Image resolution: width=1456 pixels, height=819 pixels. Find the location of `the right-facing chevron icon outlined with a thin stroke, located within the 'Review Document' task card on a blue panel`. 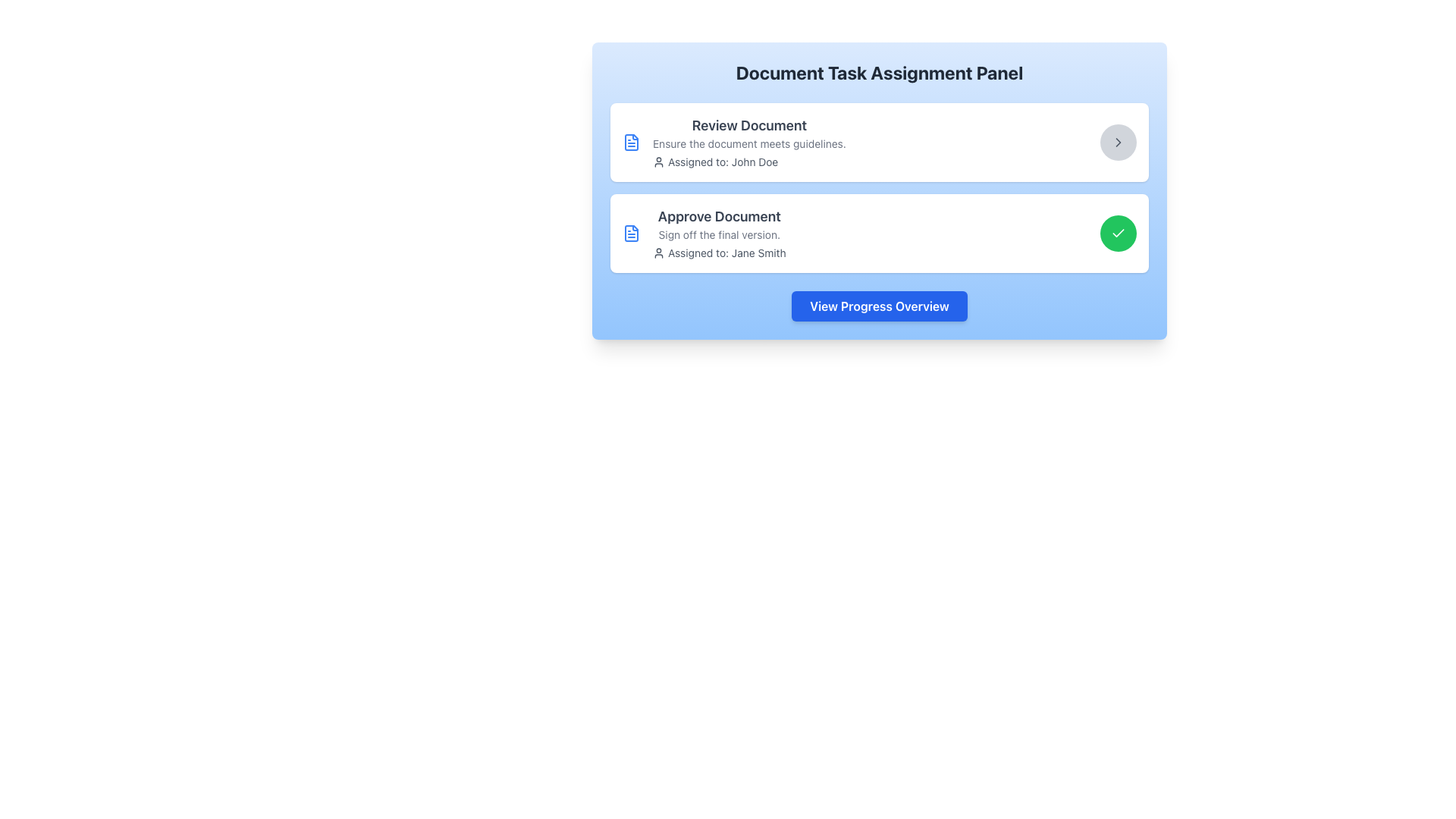

the right-facing chevron icon outlined with a thin stroke, located within the 'Review Document' task card on a blue panel is located at coordinates (1118, 143).